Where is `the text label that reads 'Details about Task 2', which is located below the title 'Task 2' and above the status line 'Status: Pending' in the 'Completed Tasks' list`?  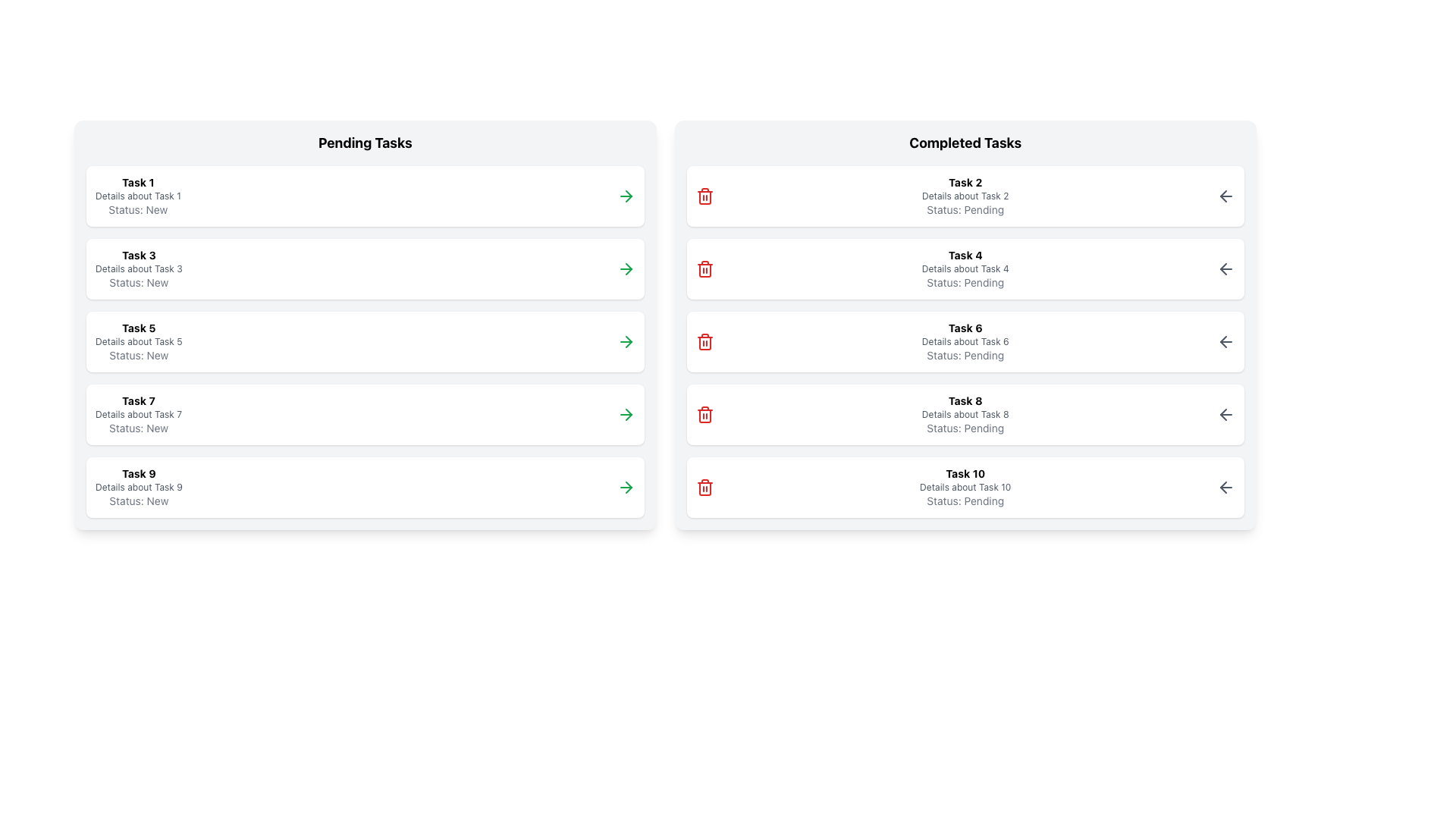 the text label that reads 'Details about Task 2', which is located below the title 'Task 2' and above the status line 'Status: Pending' in the 'Completed Tasks' list is located at coordinates (965, 195).